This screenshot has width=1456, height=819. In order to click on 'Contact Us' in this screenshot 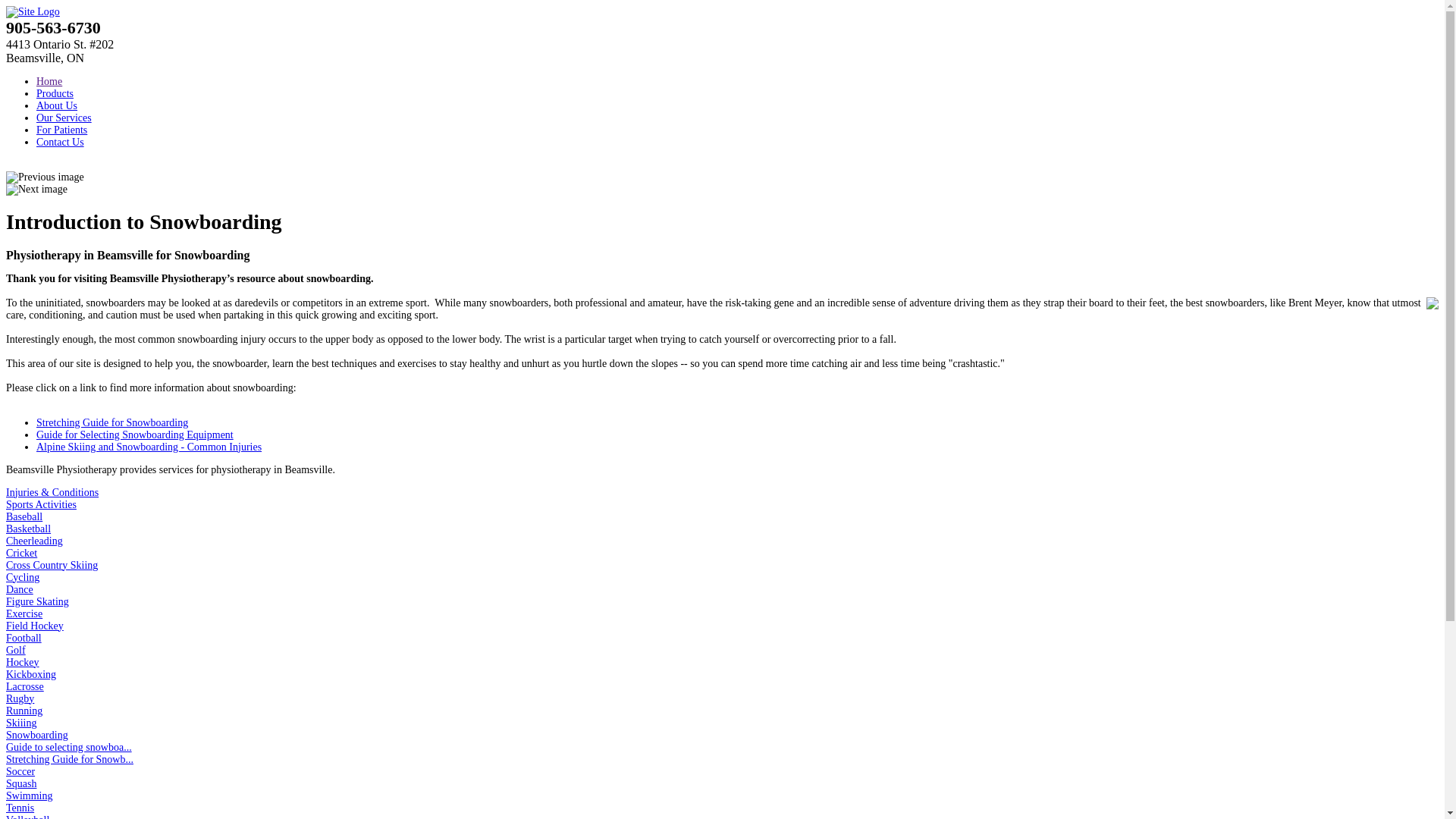, I will do `click(60, 142)`.